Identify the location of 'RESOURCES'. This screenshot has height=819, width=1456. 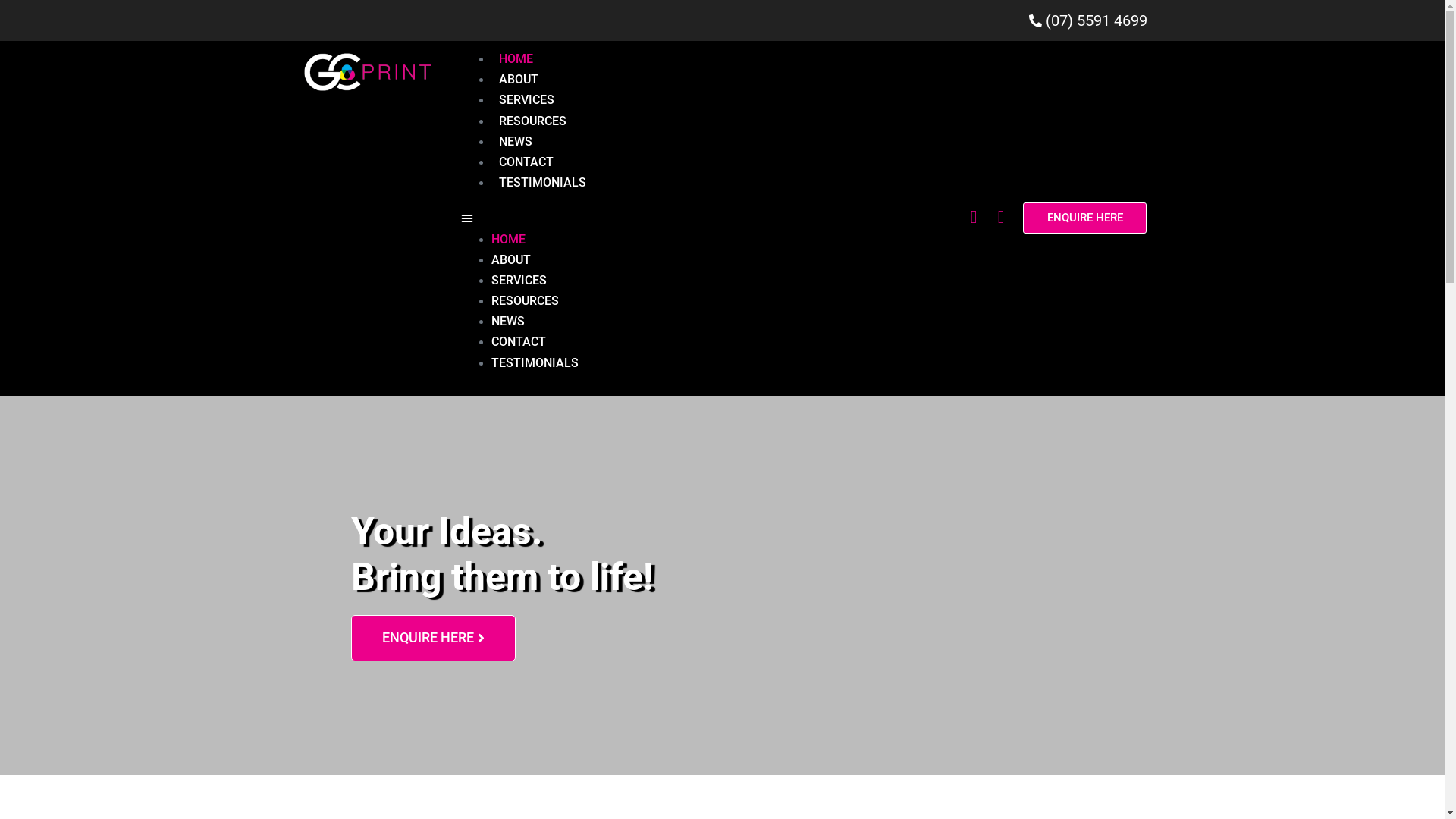
(532, 120).